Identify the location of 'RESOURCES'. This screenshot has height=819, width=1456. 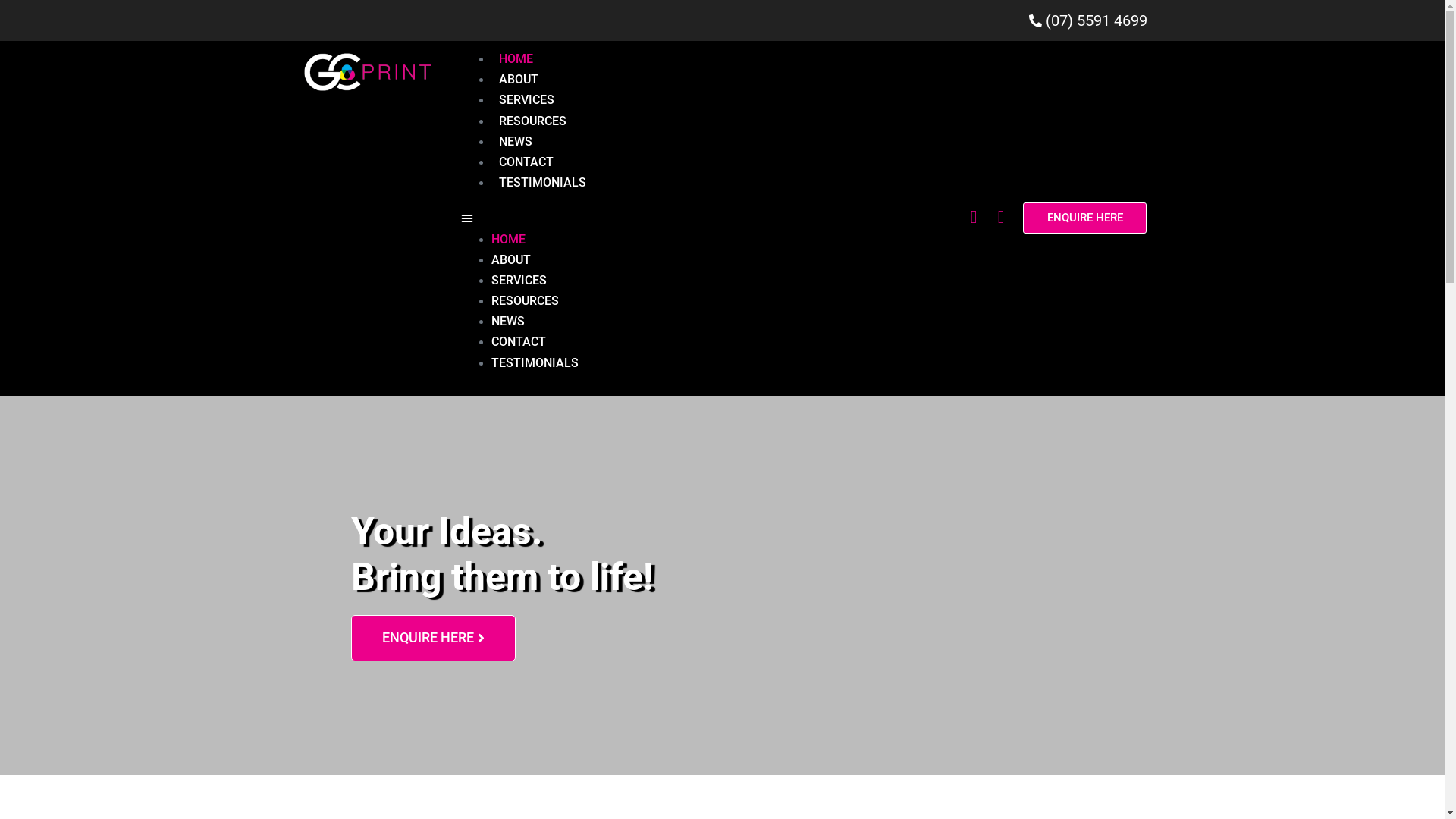
(532, 120).